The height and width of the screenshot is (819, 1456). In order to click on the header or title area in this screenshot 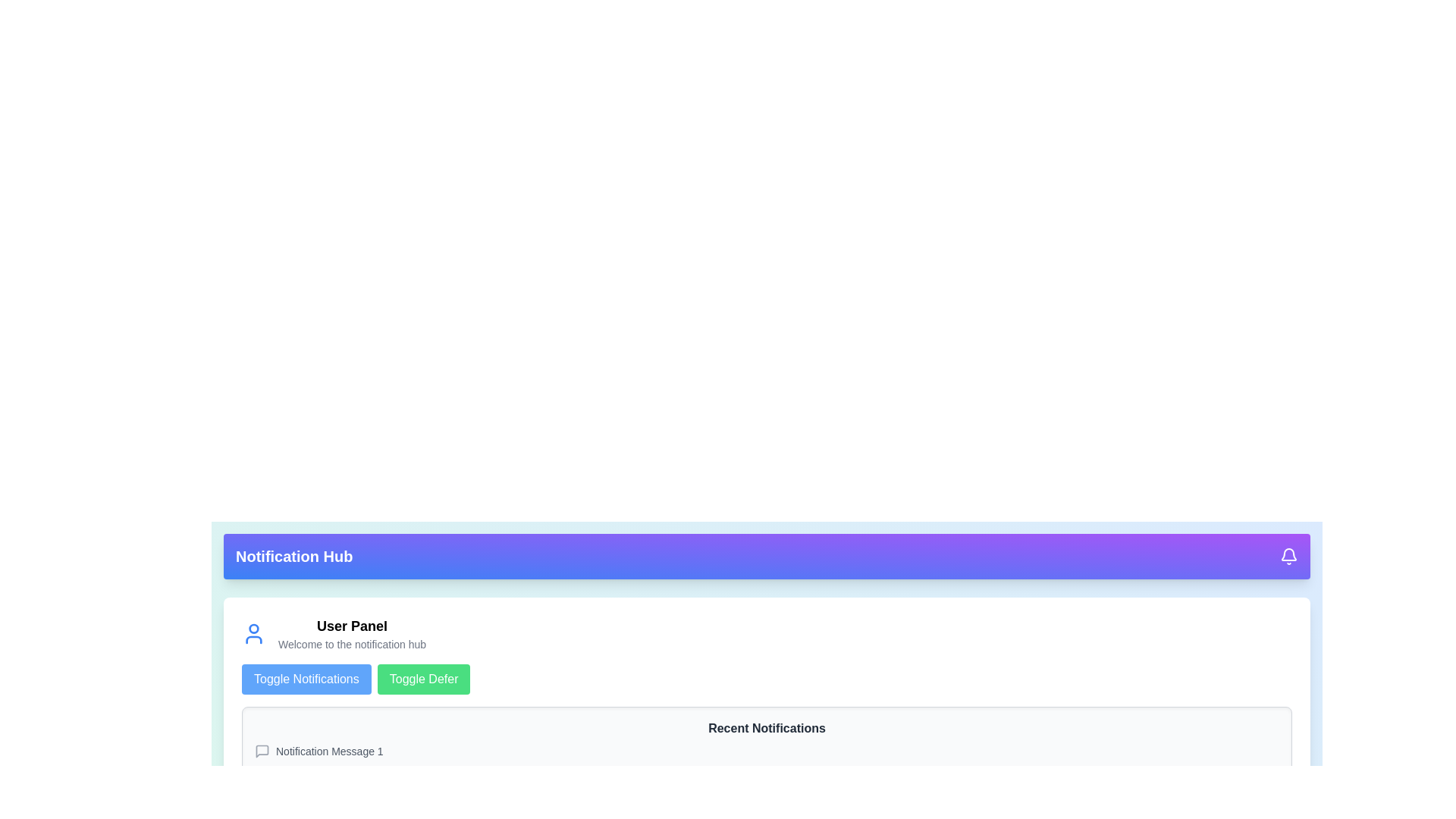, I will do `click(767, 556)`.